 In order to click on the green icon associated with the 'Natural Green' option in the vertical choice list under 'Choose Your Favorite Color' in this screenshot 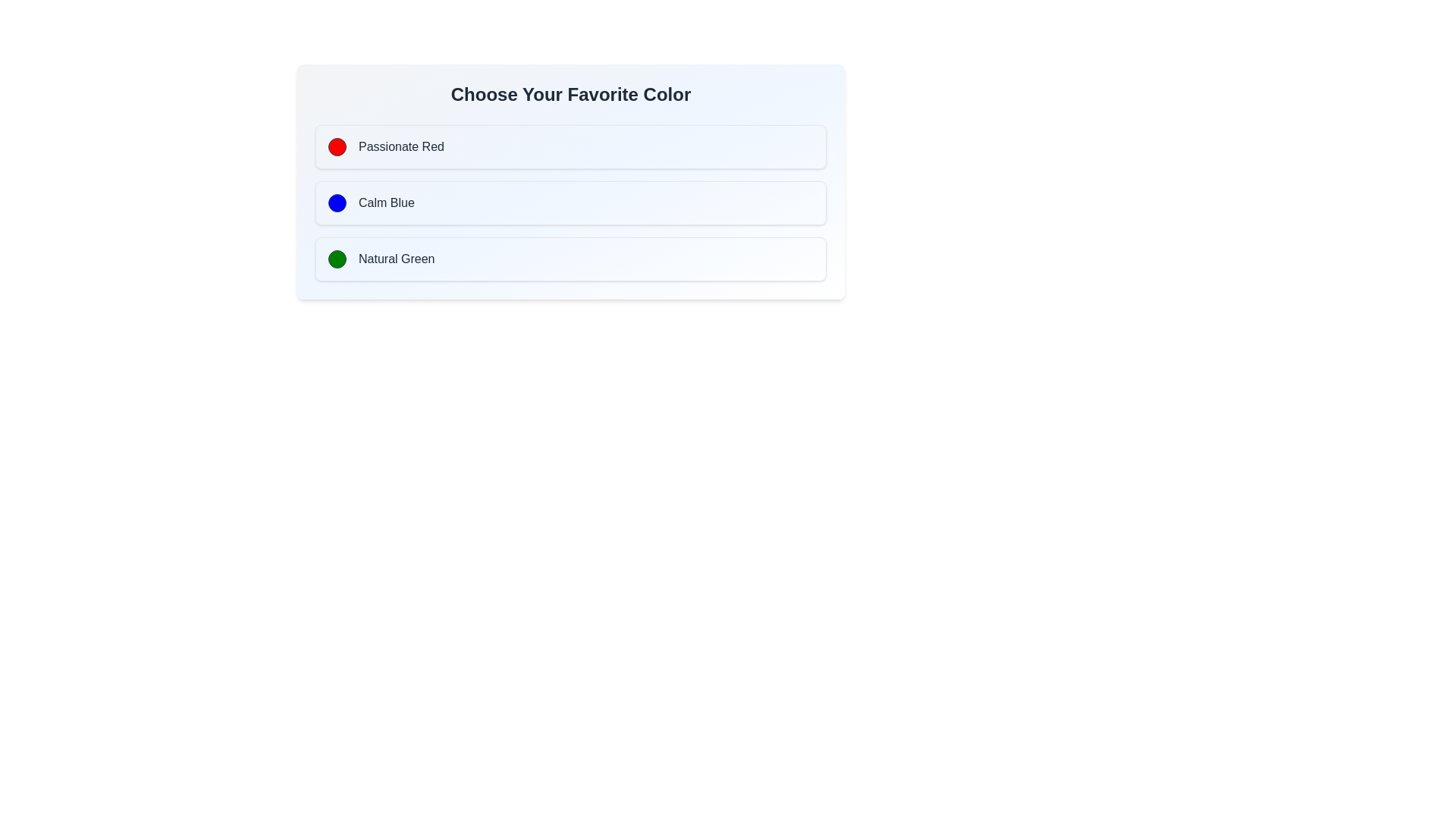, I will do `click(337, 259)`.